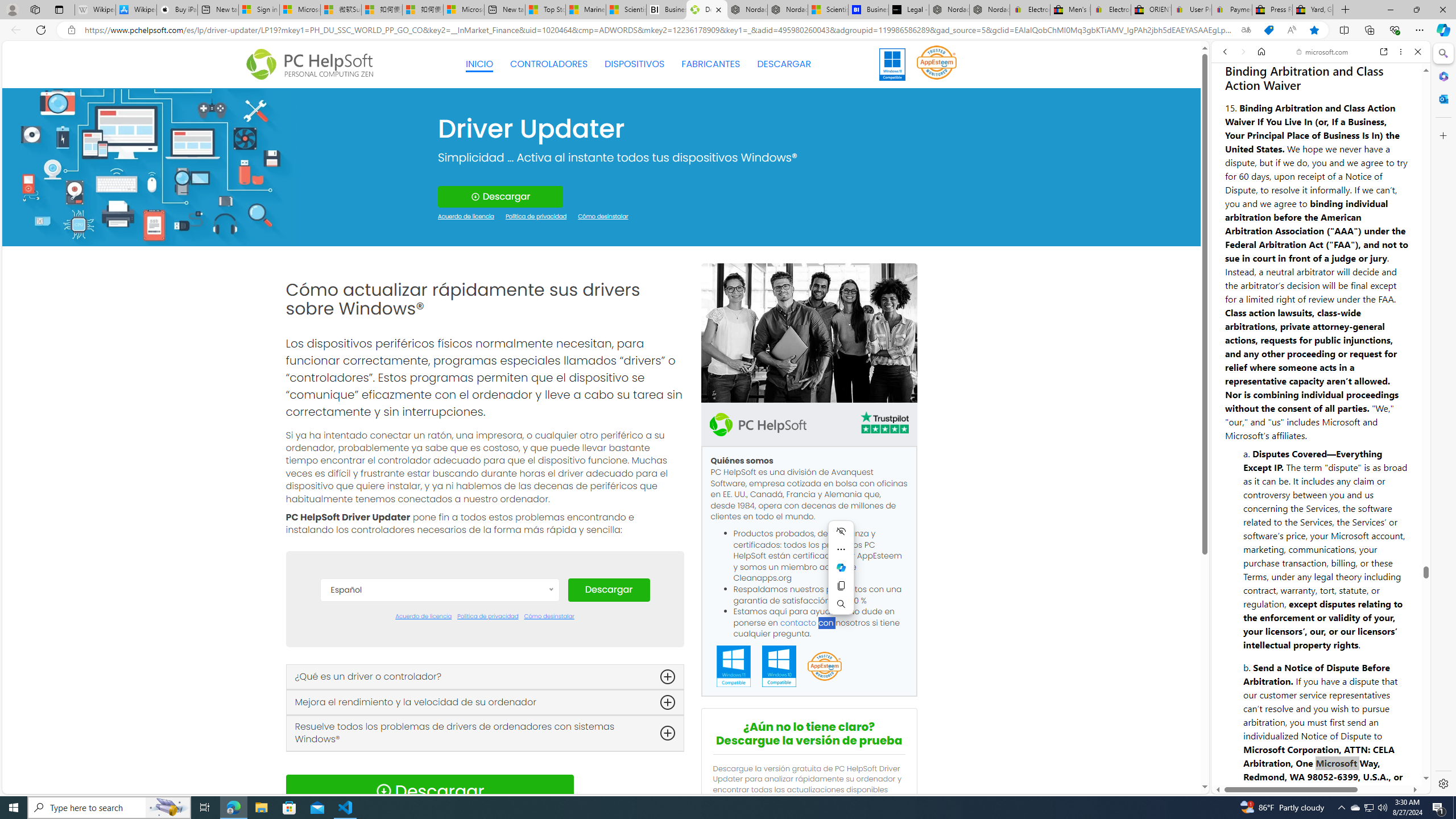 The width and height of the screenshot is (1456, 819). I want to click on 'Customize', so click(1442, 135).